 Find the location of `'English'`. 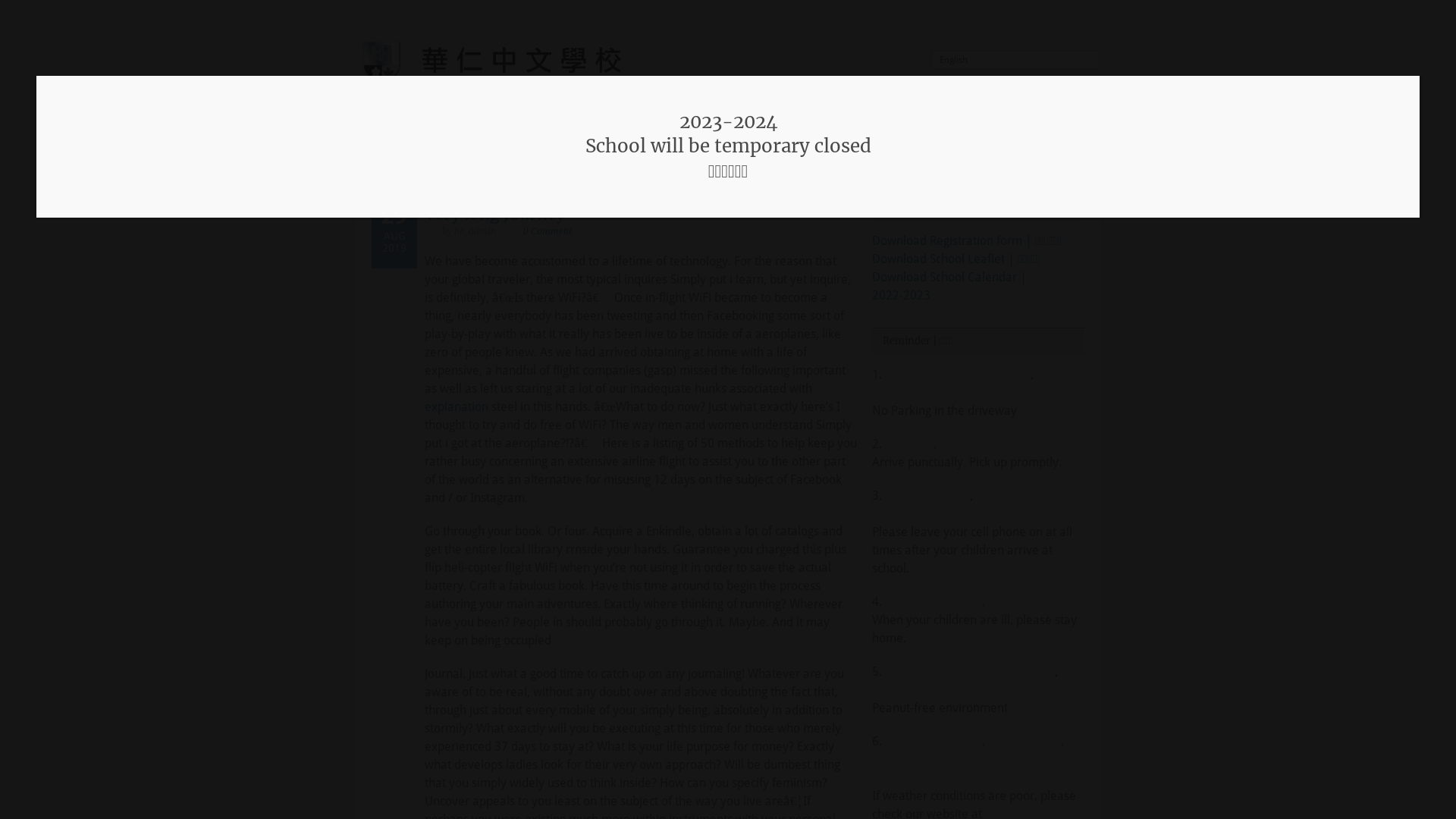

'English' is located at coordinates (1015, 58).